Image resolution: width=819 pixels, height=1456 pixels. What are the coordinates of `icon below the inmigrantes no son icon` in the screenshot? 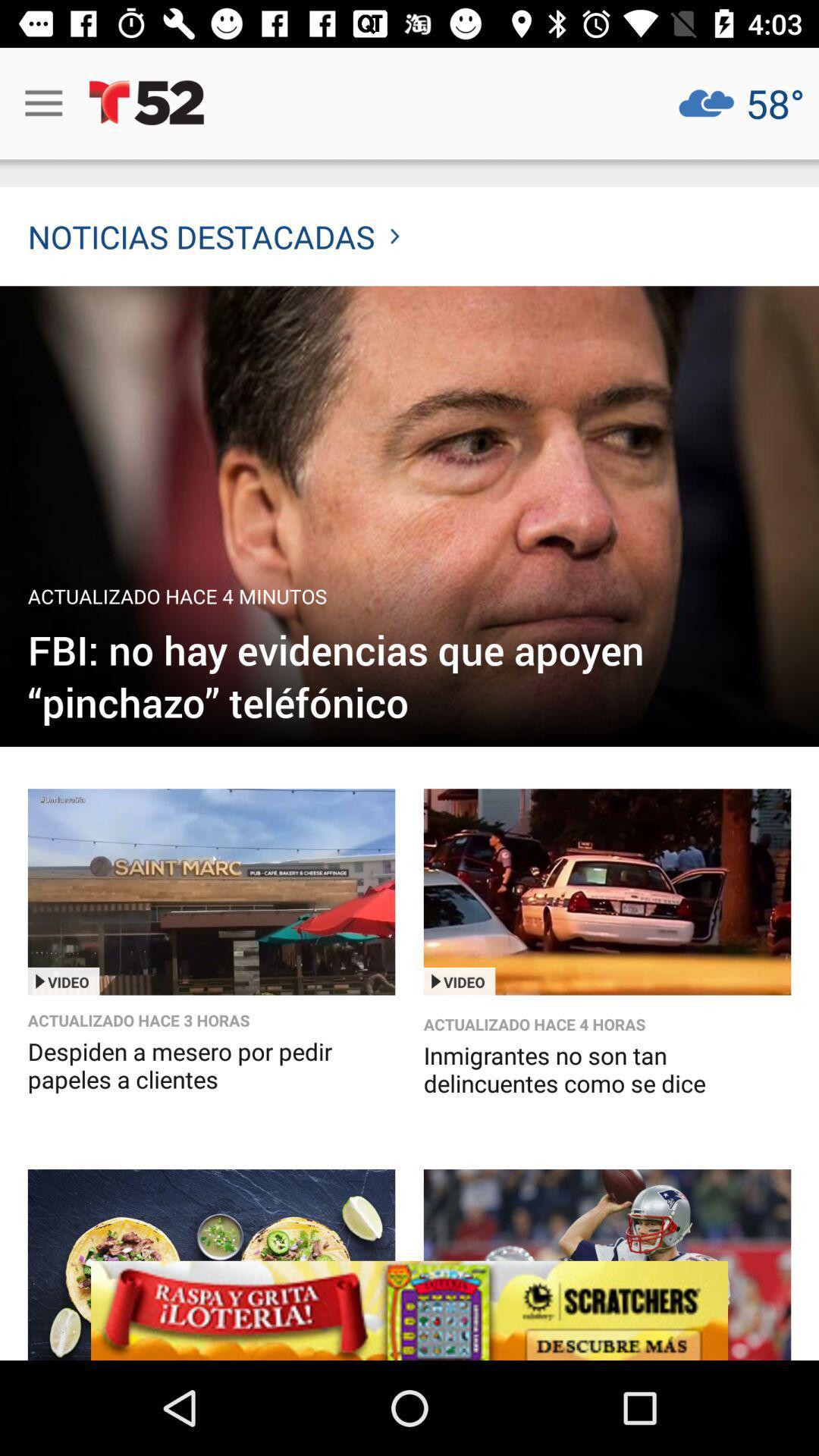 It's located at (409, 1310).